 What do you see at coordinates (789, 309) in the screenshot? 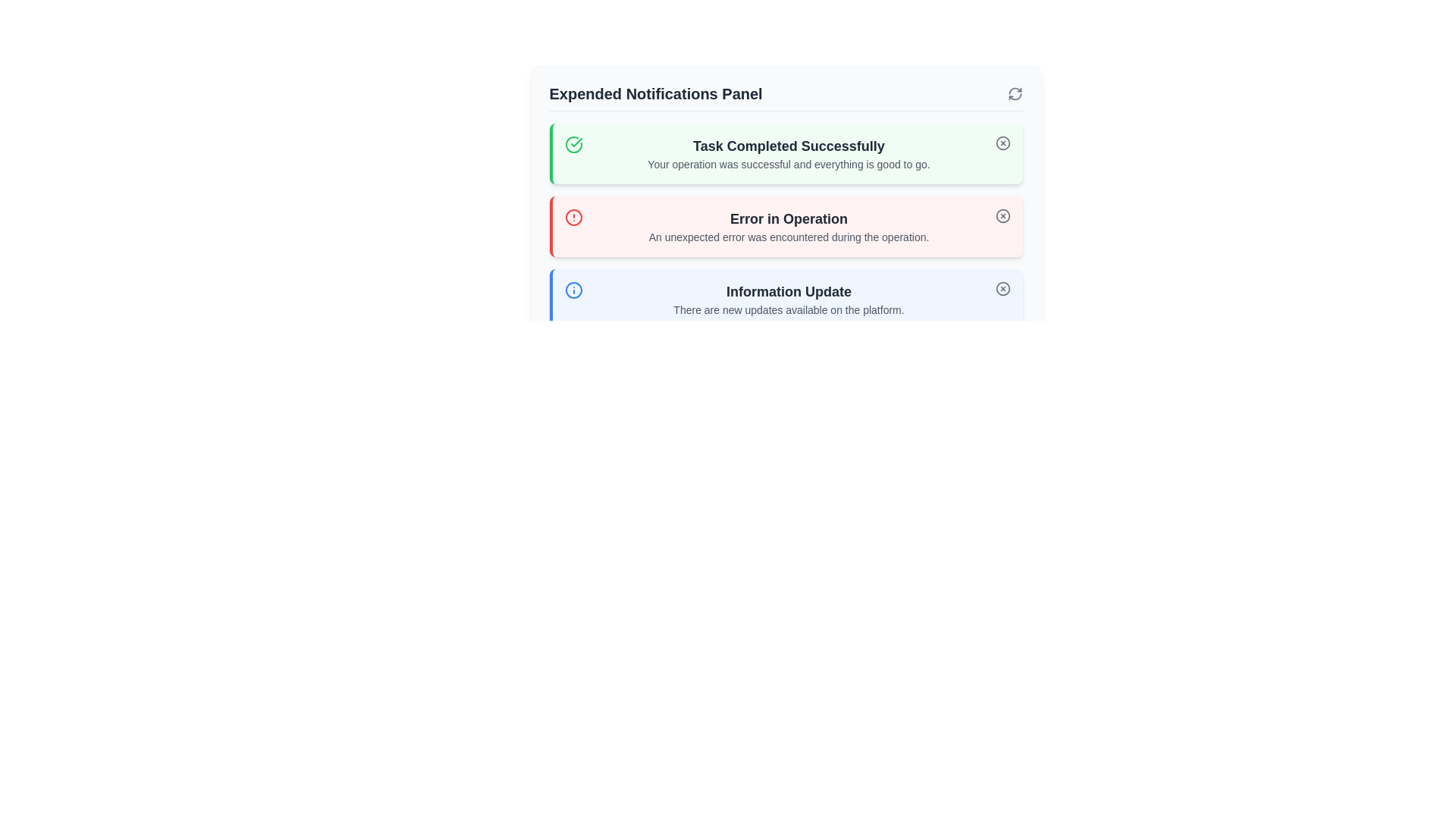
I see `text block displaying the message 'There are new updates available on the platform.' located in the notification labeled 'Information Update.'` at bounding box center [789, 309].